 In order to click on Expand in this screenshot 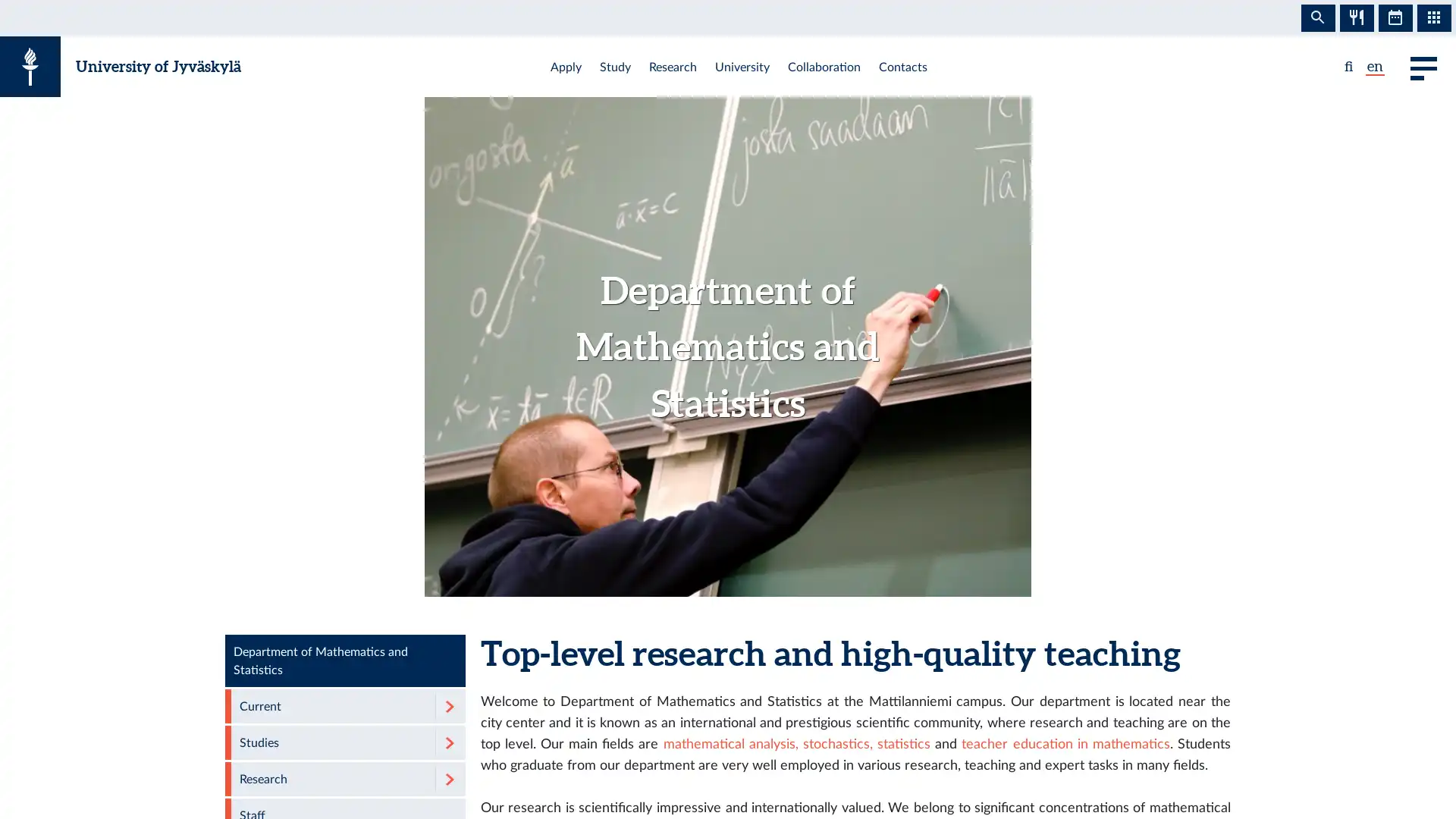, I will do `click(449, 778)`.